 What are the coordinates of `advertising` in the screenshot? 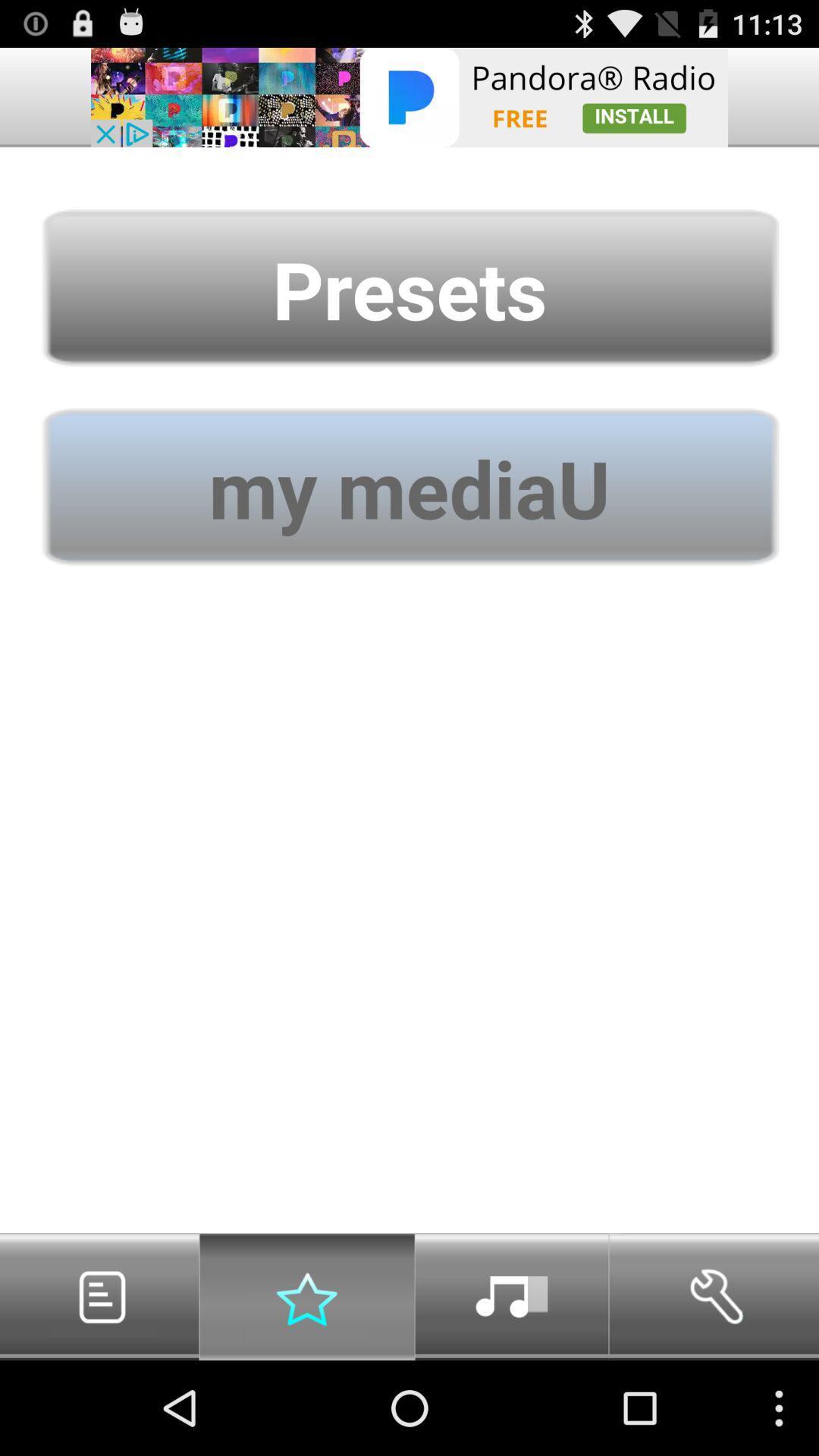 It's located at (409, 96).